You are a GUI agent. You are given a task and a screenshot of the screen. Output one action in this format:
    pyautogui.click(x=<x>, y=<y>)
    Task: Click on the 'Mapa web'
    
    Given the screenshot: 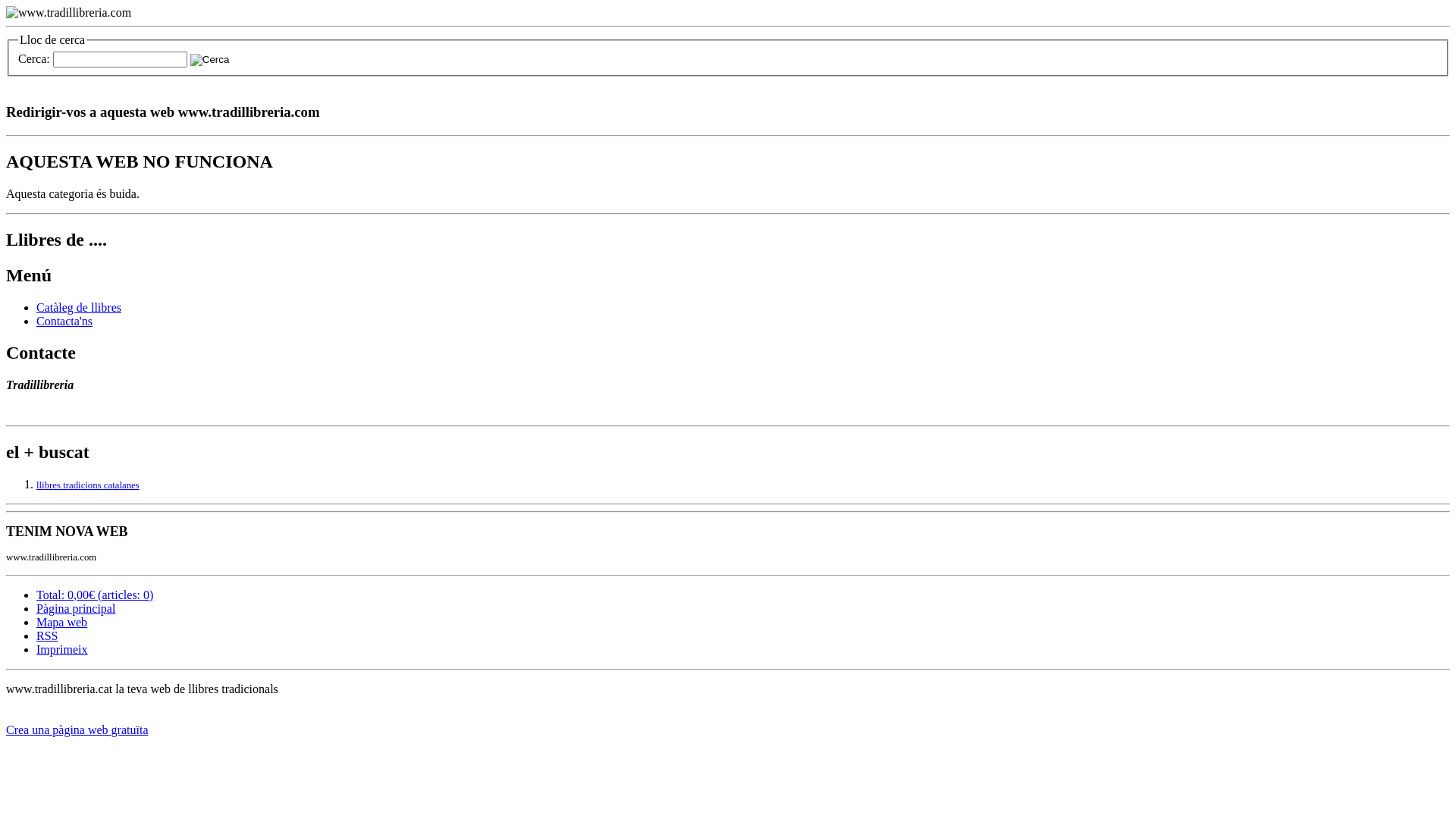 What is the action you would take?
    pyautogui.click(x=61, y=622)
    